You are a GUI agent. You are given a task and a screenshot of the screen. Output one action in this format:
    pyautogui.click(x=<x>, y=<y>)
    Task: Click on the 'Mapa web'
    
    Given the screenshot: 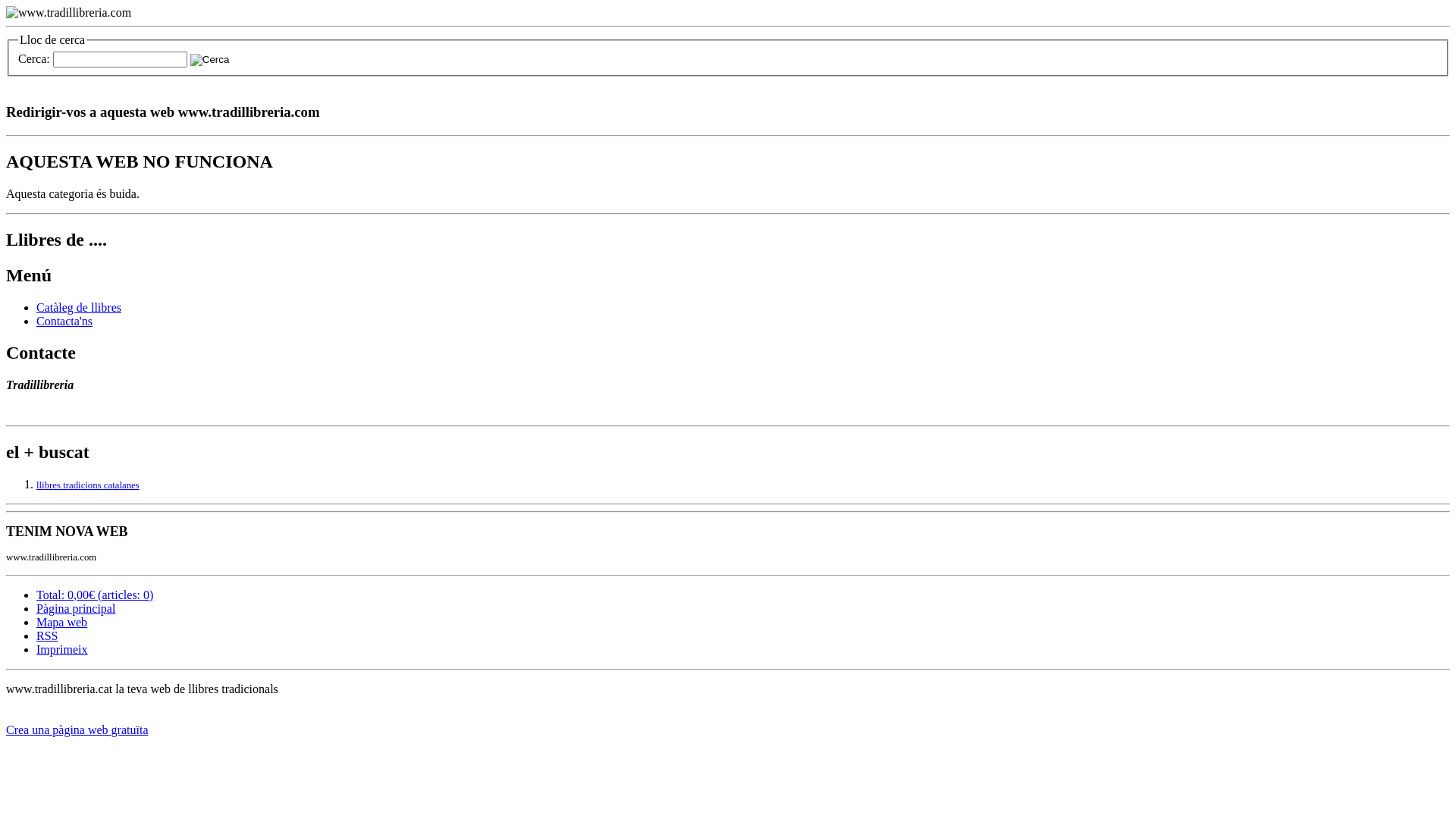 What is the action you would take?
    pyautogui.click(x=61, y=622)
    